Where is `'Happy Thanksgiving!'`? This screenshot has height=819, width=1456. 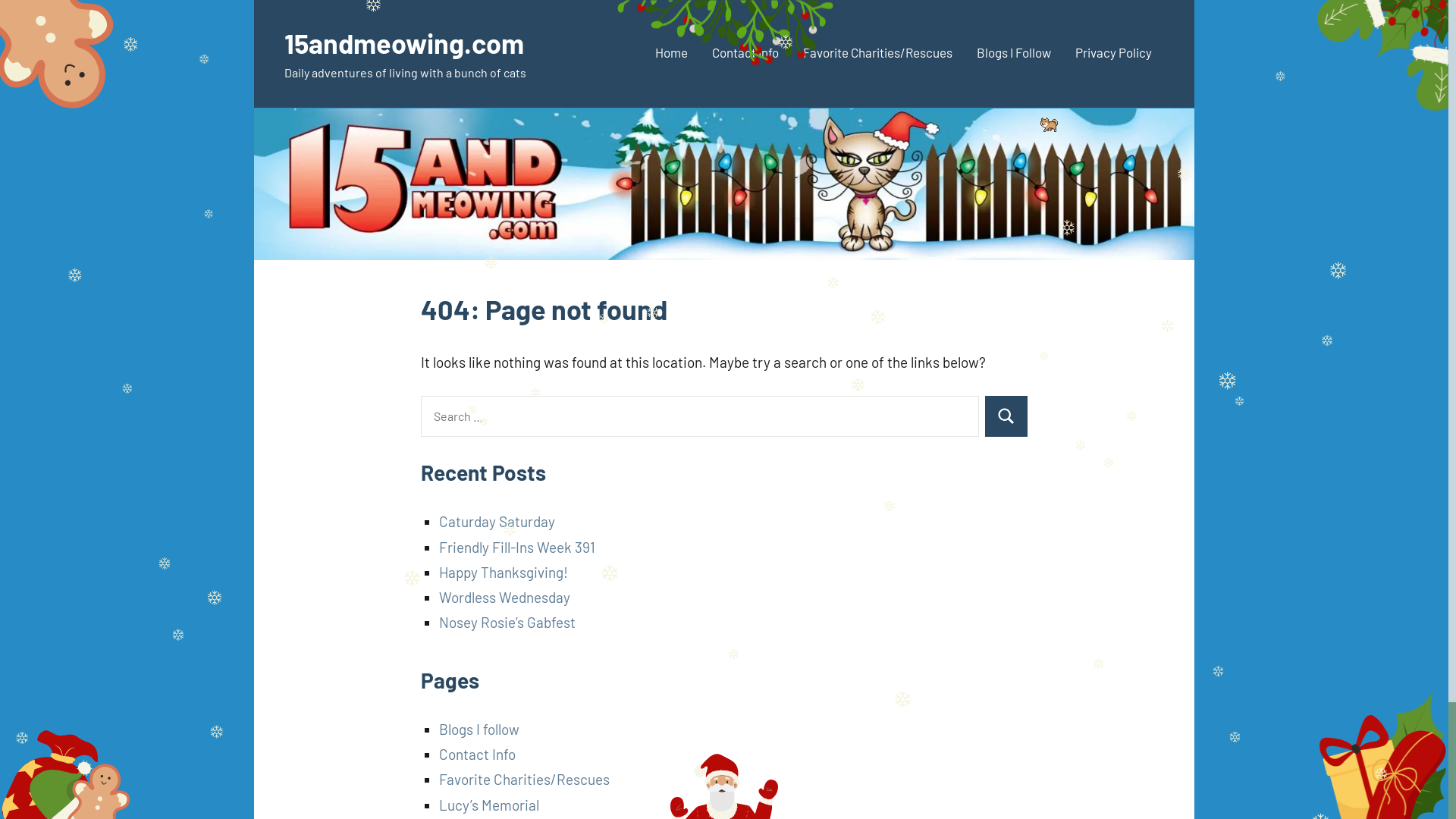 'Happy Thanksgiving!' is located at coordinates (438, 572).